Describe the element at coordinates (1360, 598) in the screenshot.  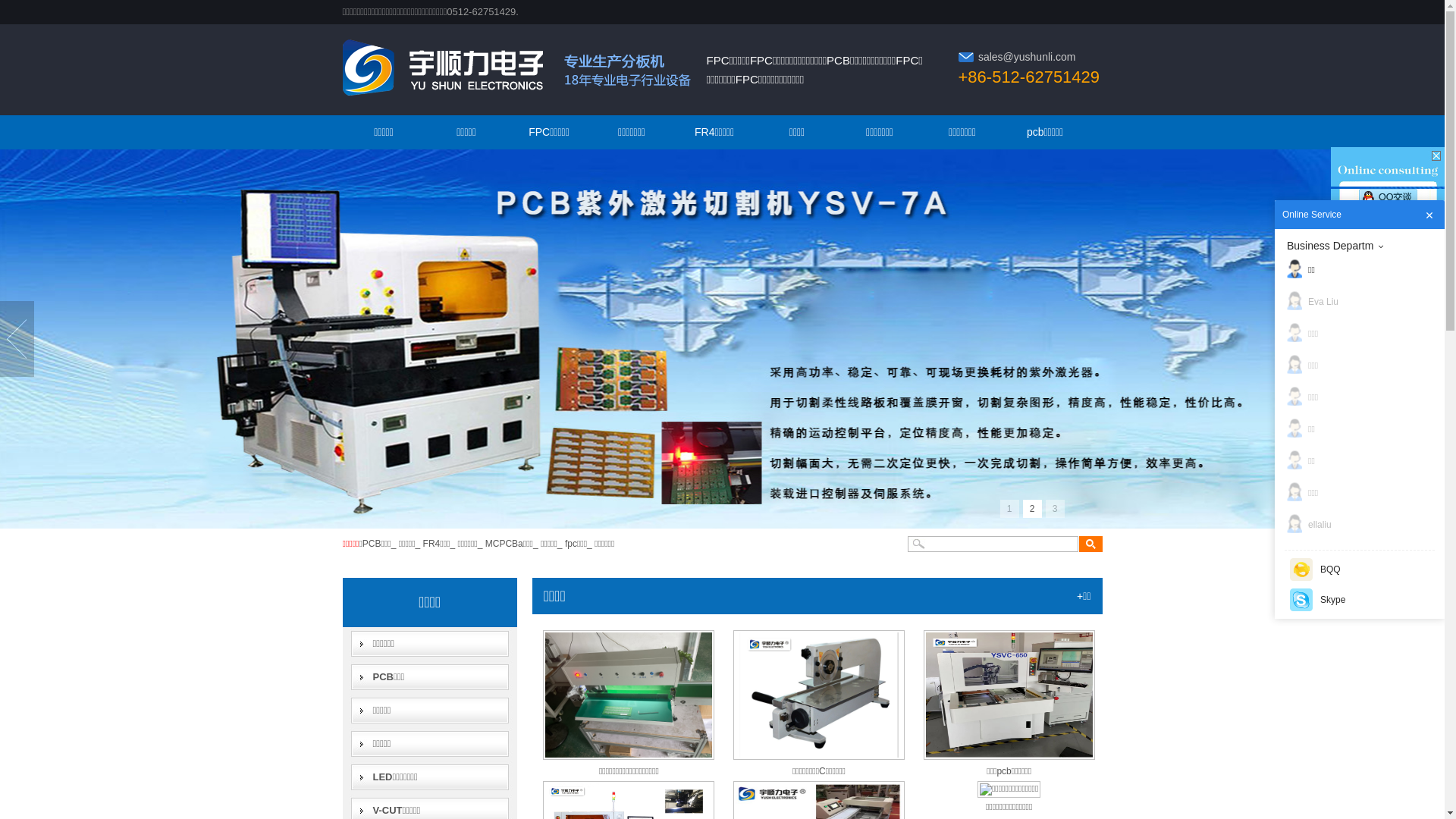
I see `'Skype'` at that location.